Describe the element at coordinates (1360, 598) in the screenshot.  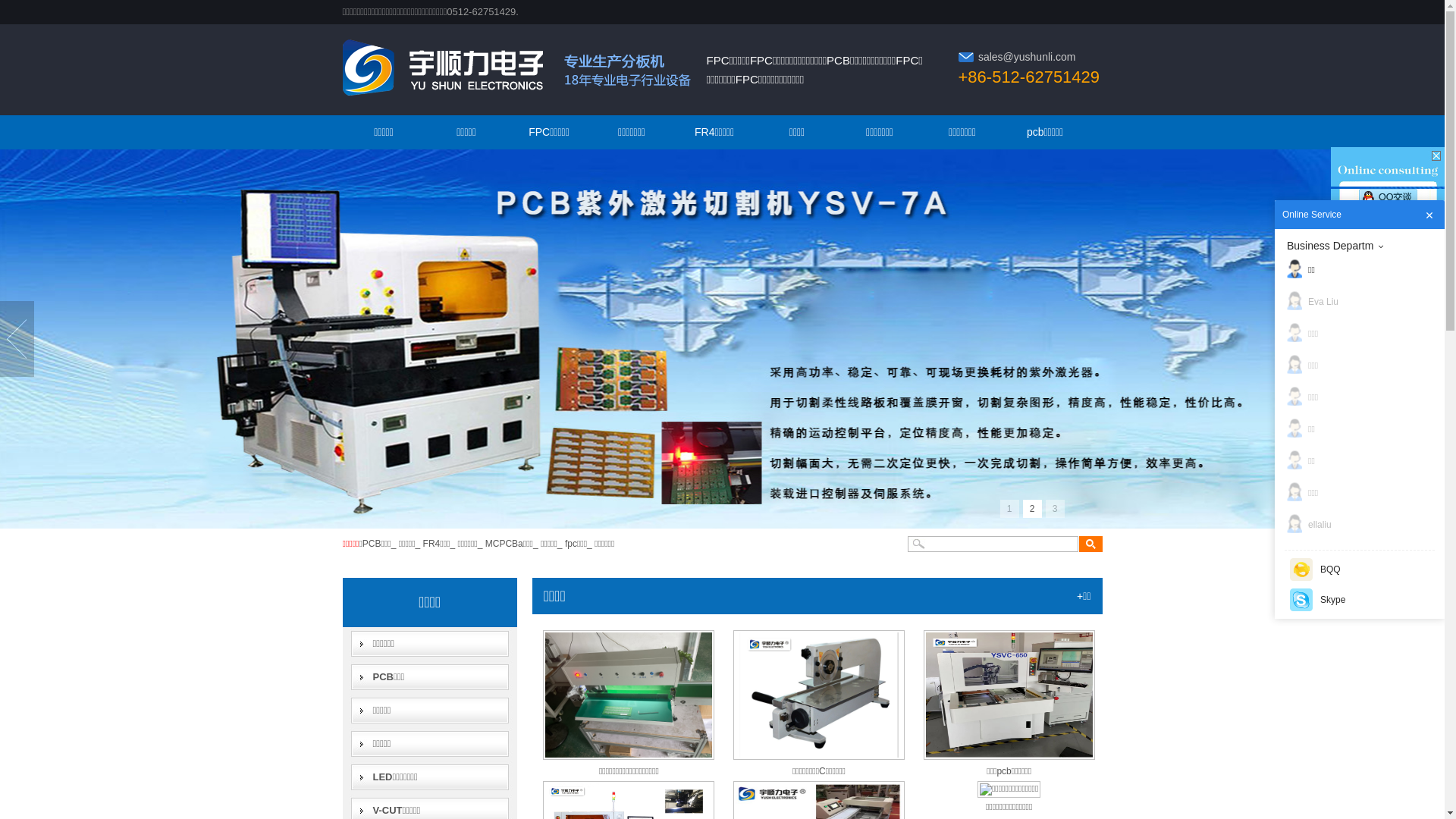
I see `'Skype'` at that location.